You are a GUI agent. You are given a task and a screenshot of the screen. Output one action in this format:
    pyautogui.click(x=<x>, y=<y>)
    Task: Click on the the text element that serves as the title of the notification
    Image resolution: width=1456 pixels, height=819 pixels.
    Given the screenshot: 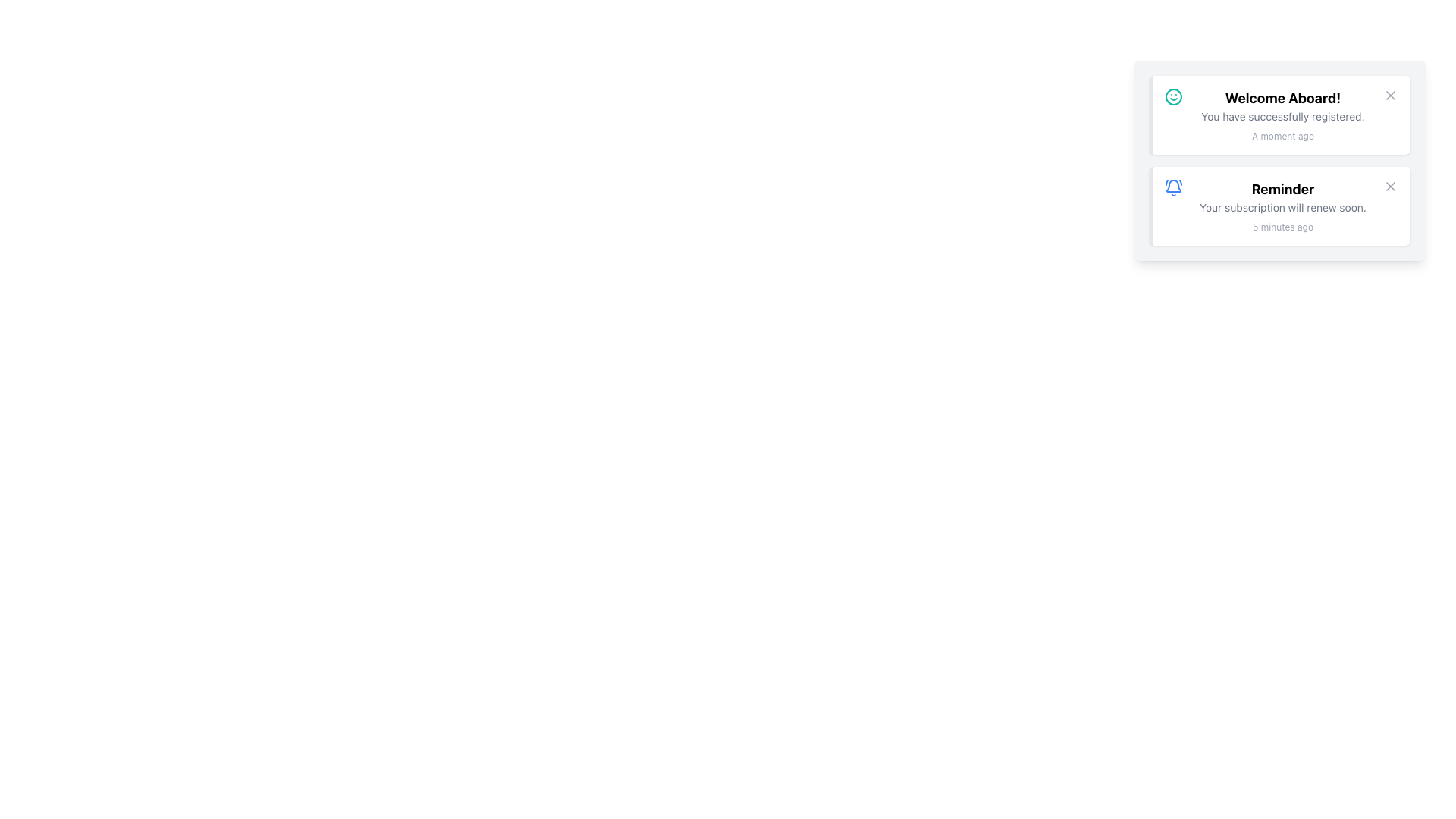 What is the action you would take?
    pyautogui.click(x=1282, y=189)
    